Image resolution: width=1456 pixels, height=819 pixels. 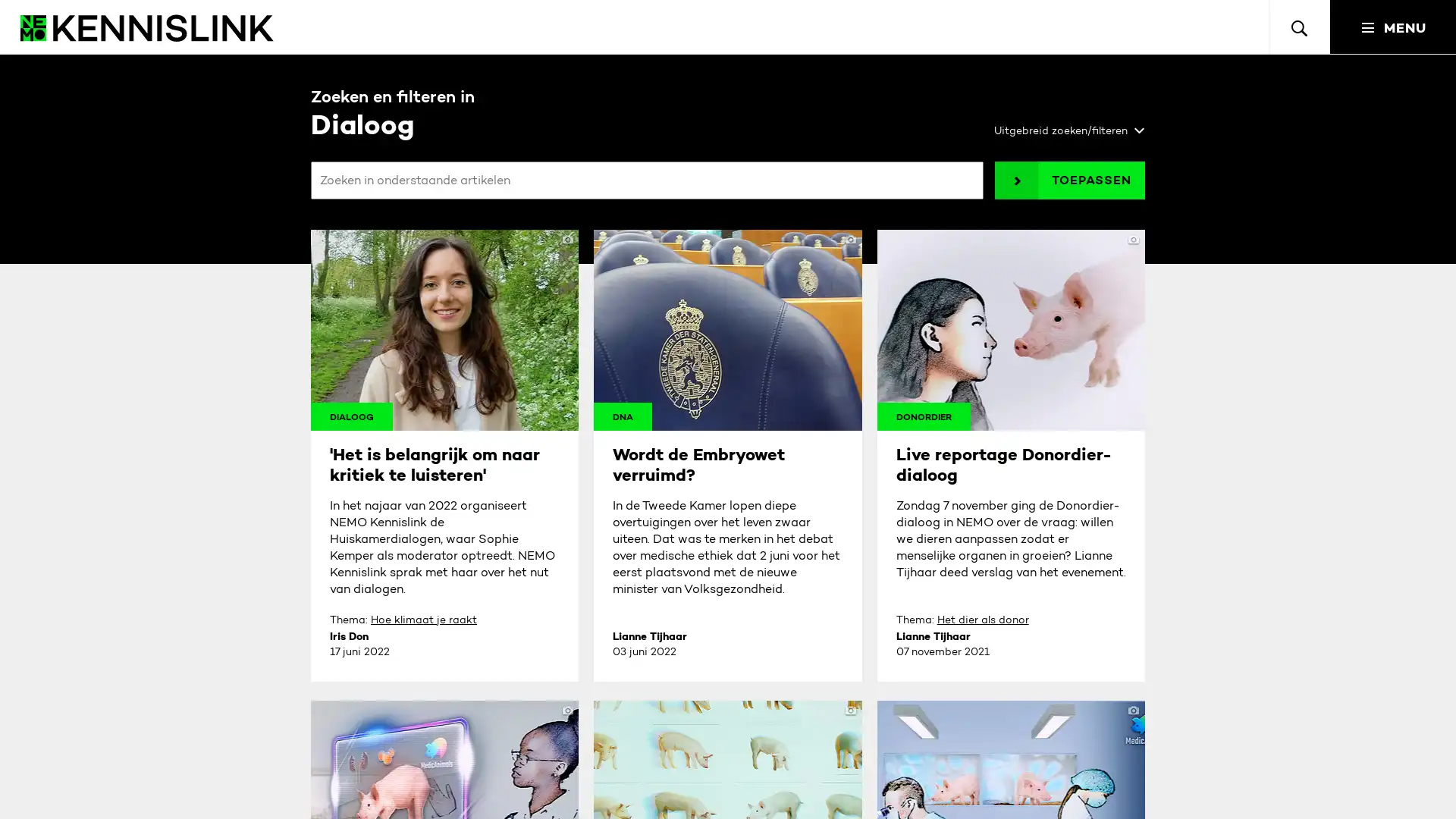 I want to click on TOEPASSEN, so click(x=1069, y=180).